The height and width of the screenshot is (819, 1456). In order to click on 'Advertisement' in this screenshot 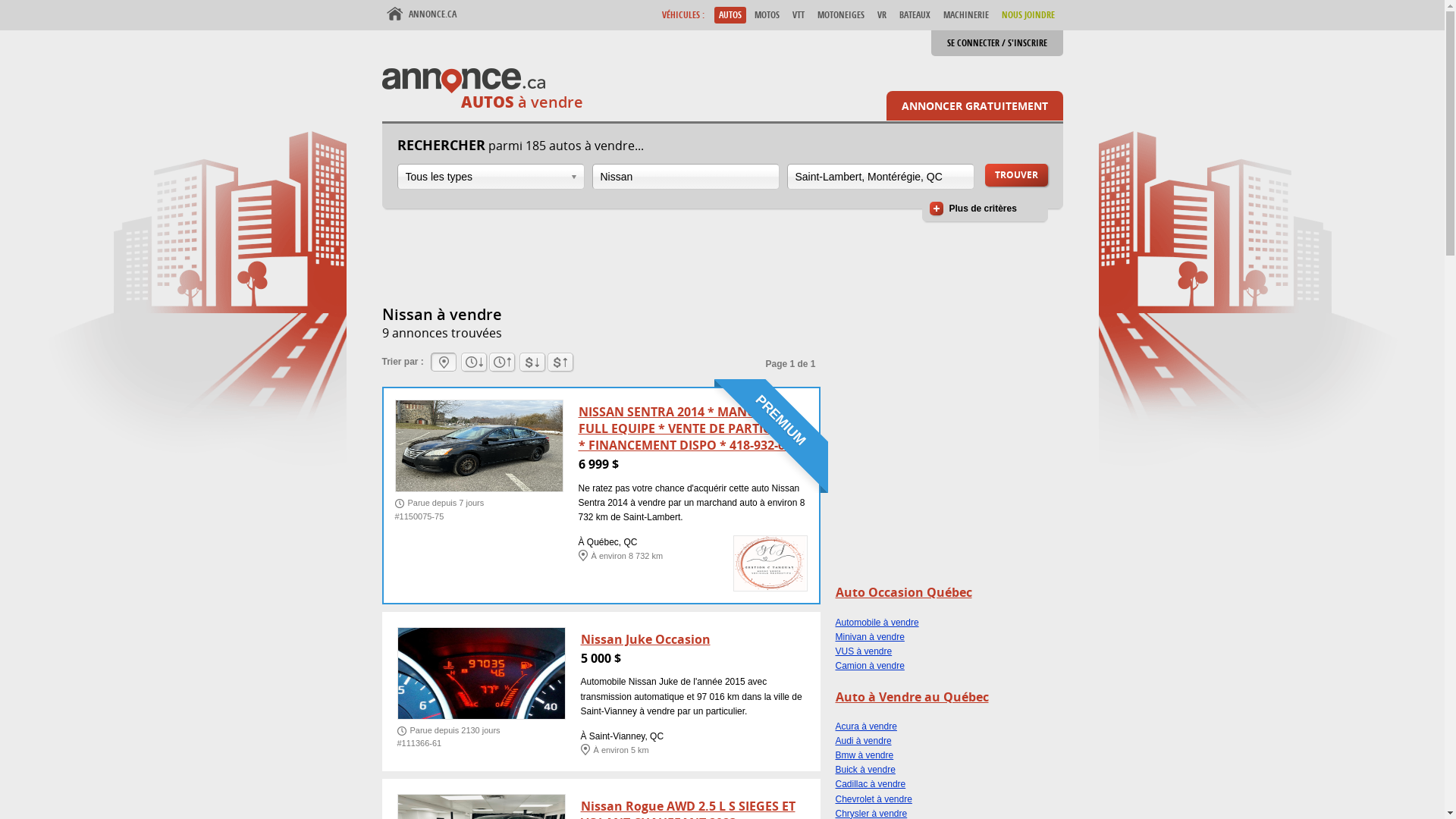, I will do `click(949, 482)`.